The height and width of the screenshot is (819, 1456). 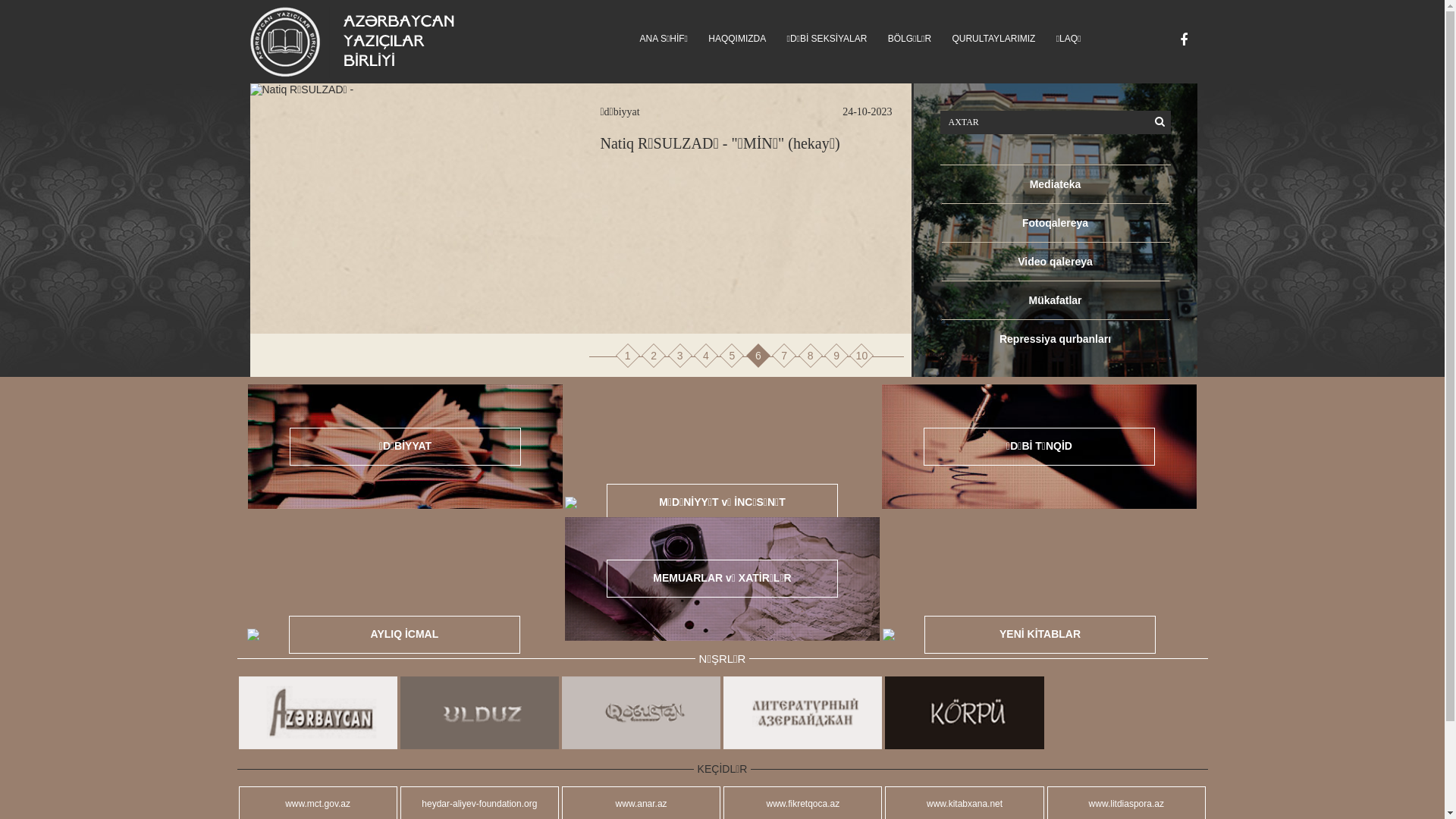 I want to click on 'Fotoqalereya', so click(x=1055, y=223).